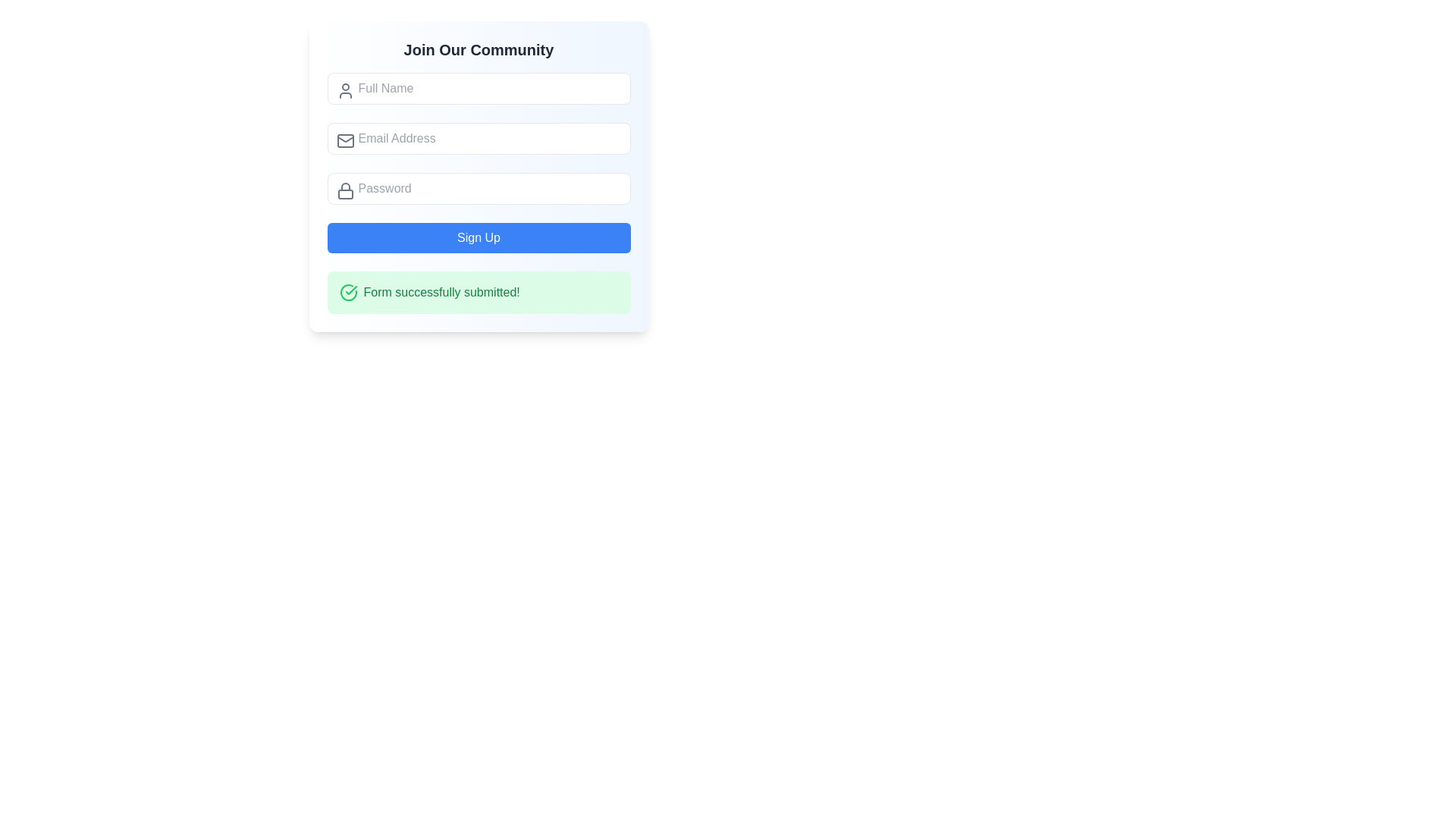 The height and width of the screenshot is (819, 1456). What do you see at coordinates (441, 292) in the screenshot?
I see `the notification text that displays 'Form successfully submitted!' styled in green, indicating a confirmation message` at bounding box center [441, 292].